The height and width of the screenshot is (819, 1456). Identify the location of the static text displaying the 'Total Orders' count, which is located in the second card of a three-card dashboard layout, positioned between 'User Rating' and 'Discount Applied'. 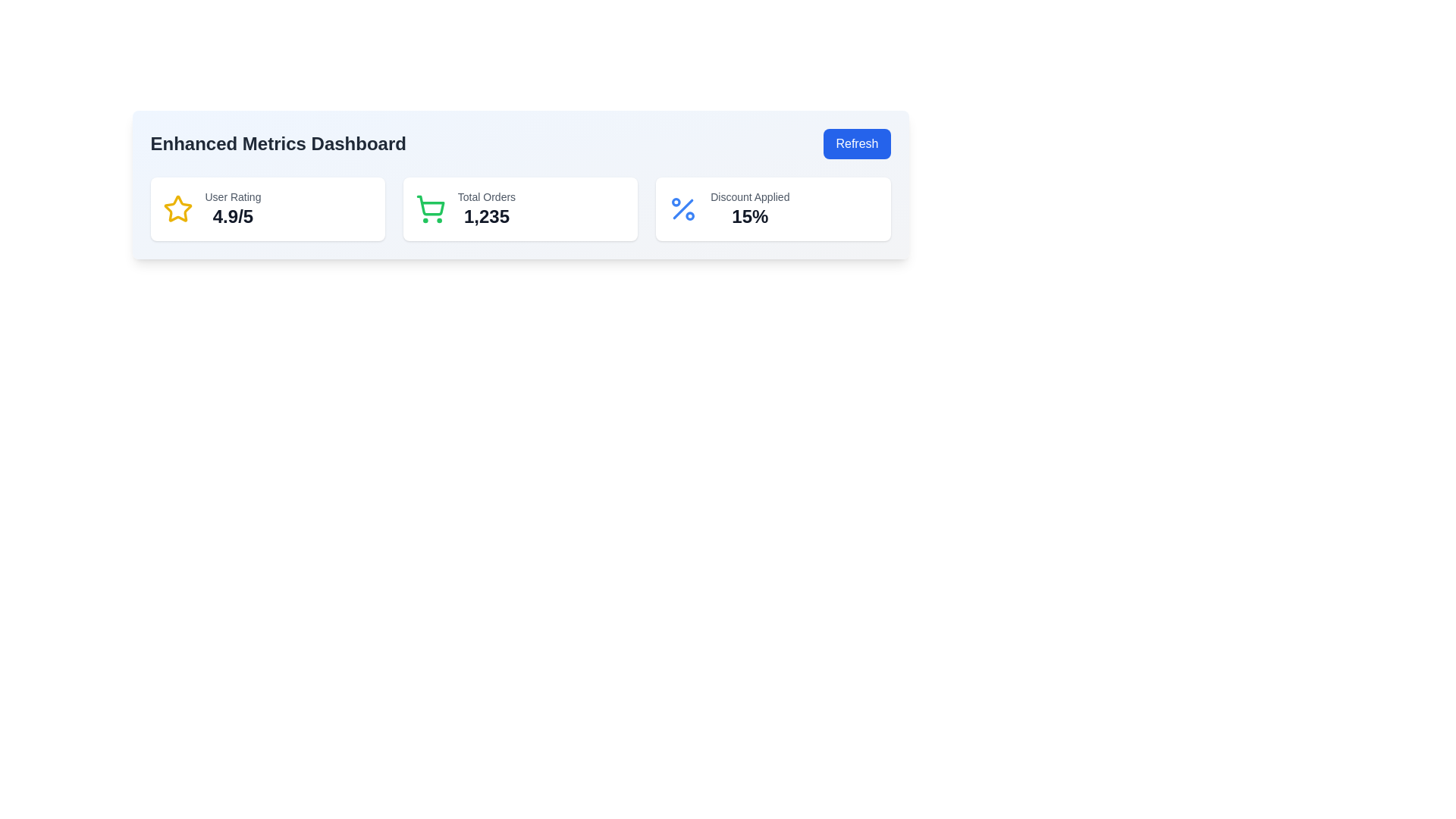
(486, 216).